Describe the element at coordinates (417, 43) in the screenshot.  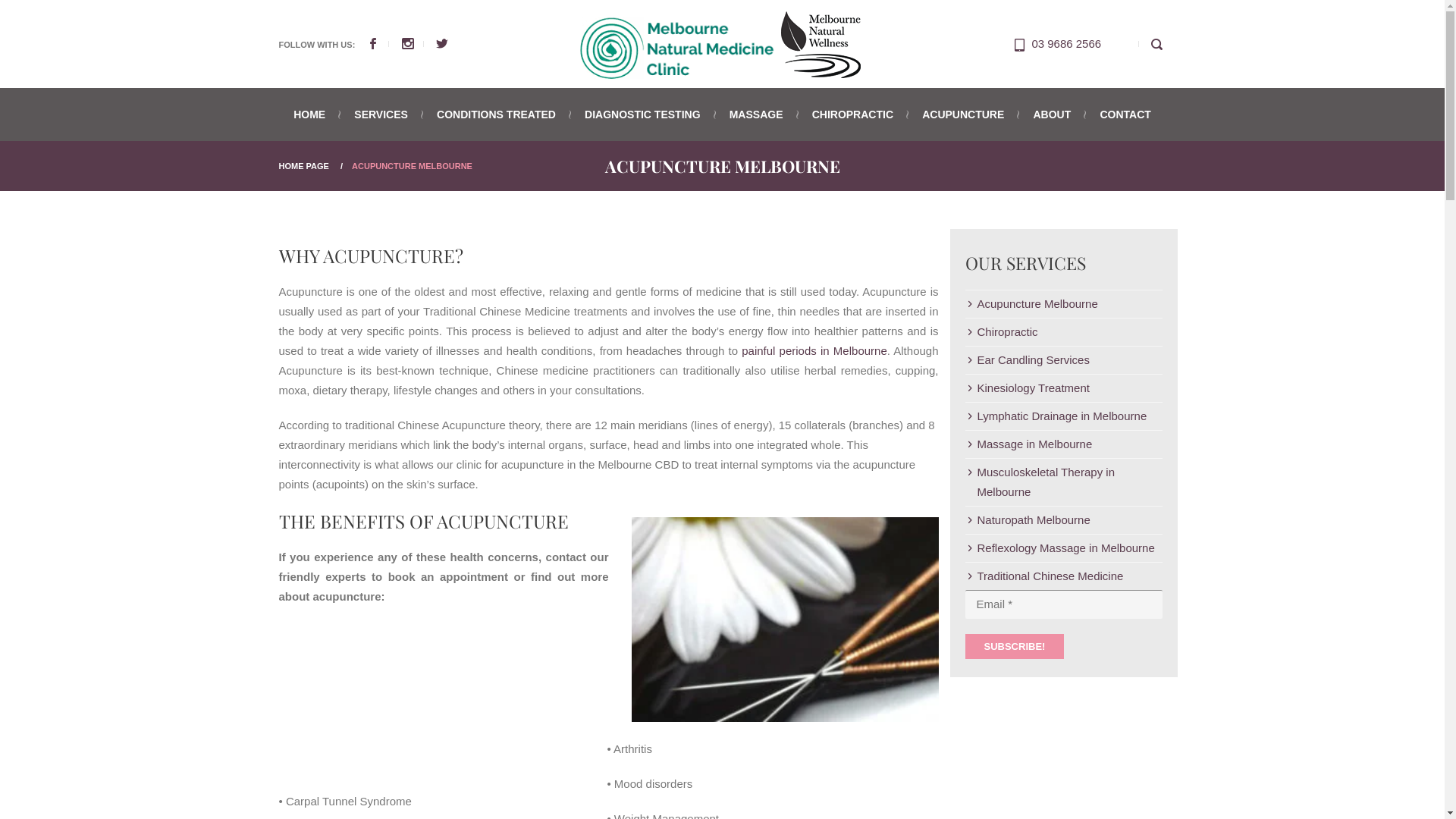
I see `'Instagram'` at that location.